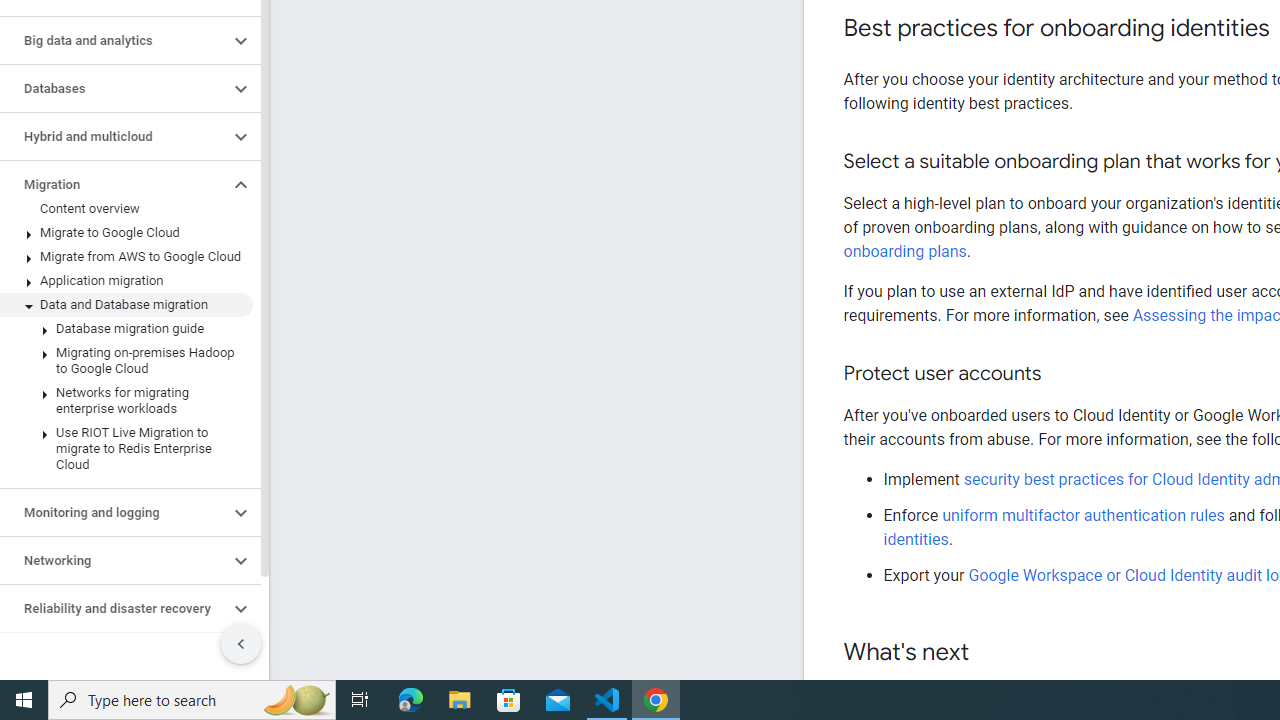 The image size is (1280, 720). Describe the element at coordinates (113, 87) in the screenshot. I see `'Databases'` at that location.